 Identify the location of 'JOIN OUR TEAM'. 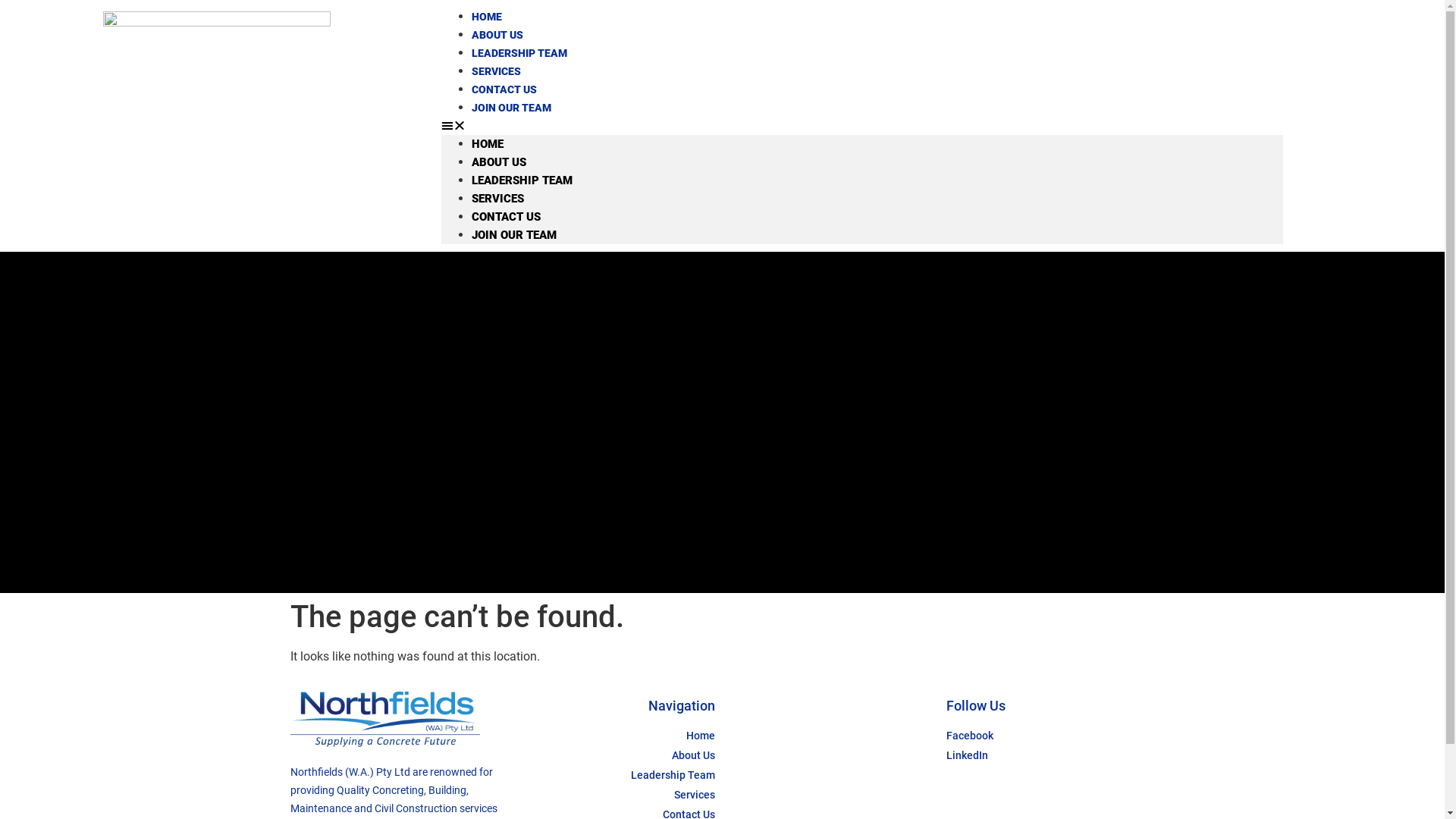
(511, 107).